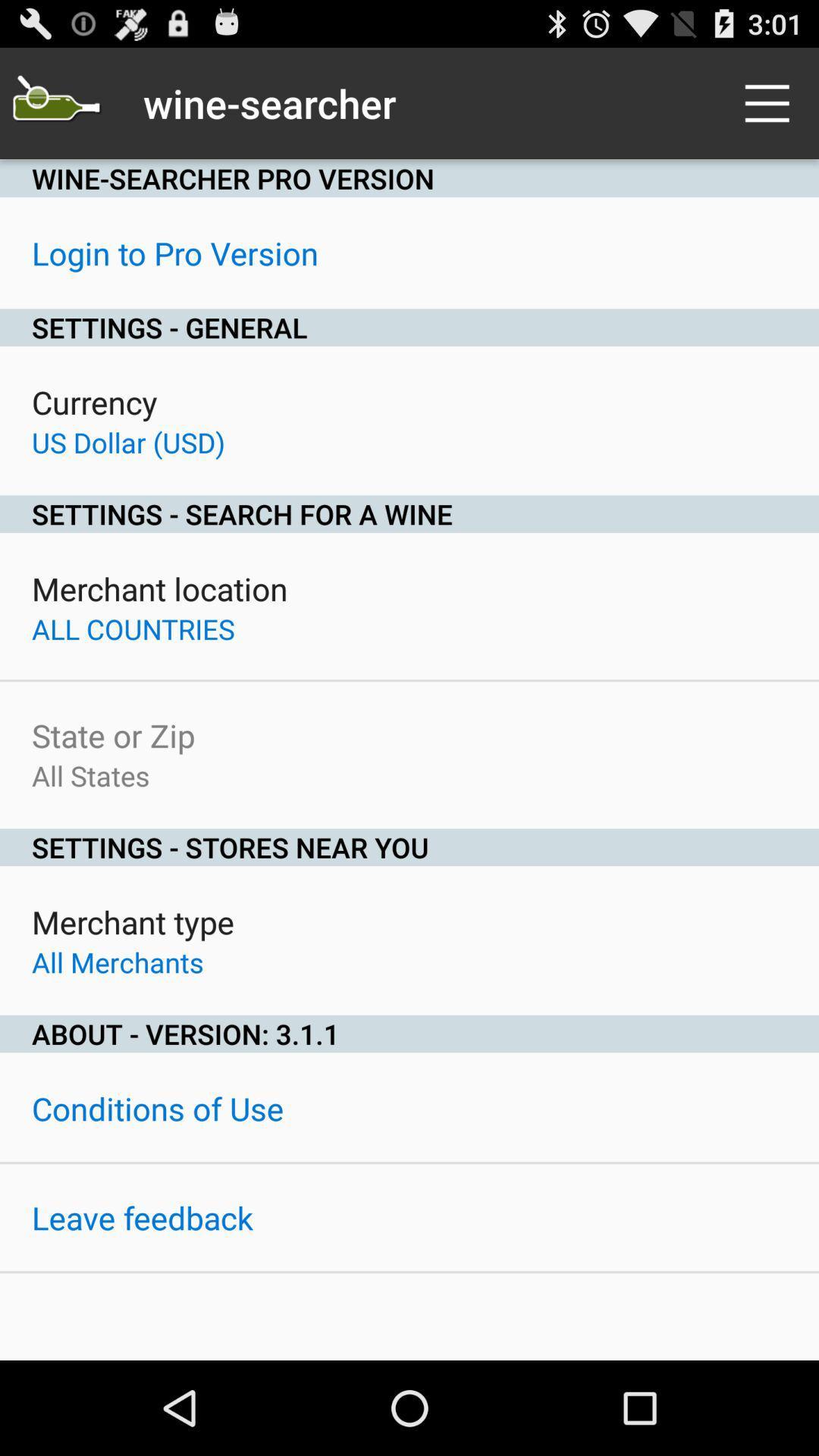 The image size is (819, 1456). What do you see at coordinates (771, 102) in the screenshot?
I see `icon at the top right corner` at bounding box center [771, 102].